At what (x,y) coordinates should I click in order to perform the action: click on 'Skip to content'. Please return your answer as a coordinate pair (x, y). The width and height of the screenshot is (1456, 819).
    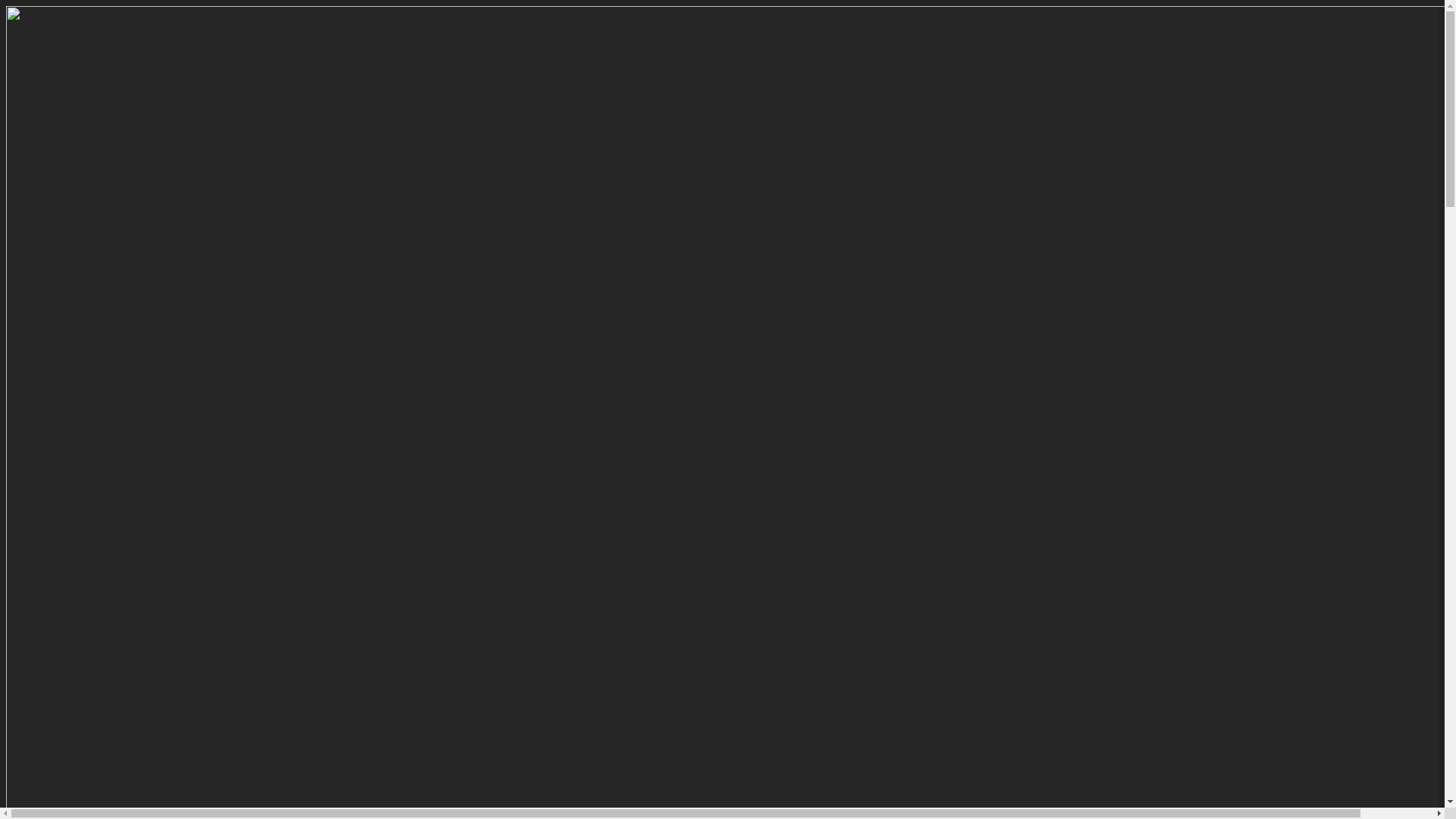
    Looking at the image, I should click on (5, 5).